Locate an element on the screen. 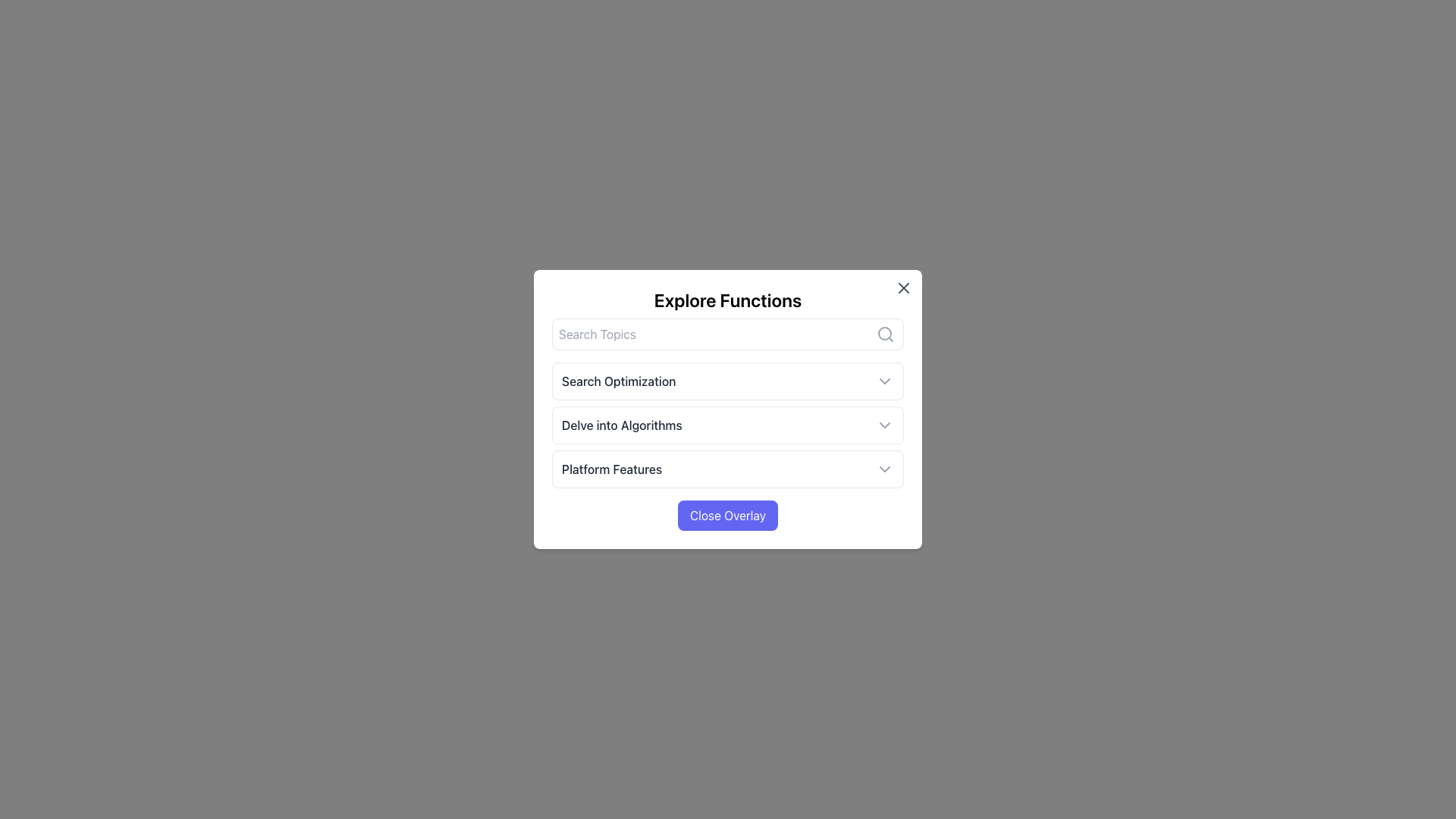 Image resolution: width=1456 pixels, height=819 pixels. the Collapsible item labeled 'Delve into Algorithms' located in the second row of the modal dialog box is located at coordinates (728, 425).